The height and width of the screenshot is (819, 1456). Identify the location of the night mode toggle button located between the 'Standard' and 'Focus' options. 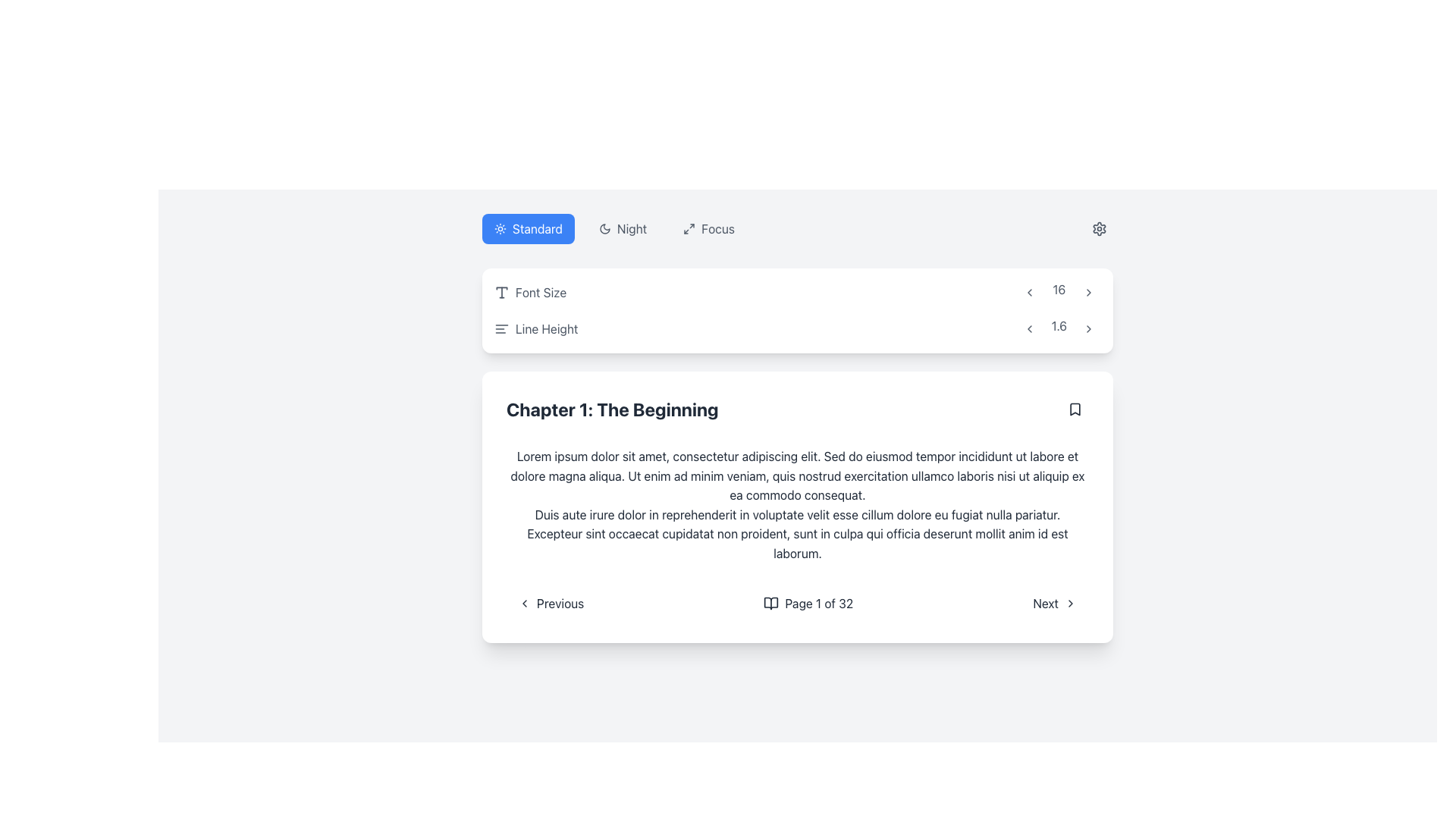
(623, 228).